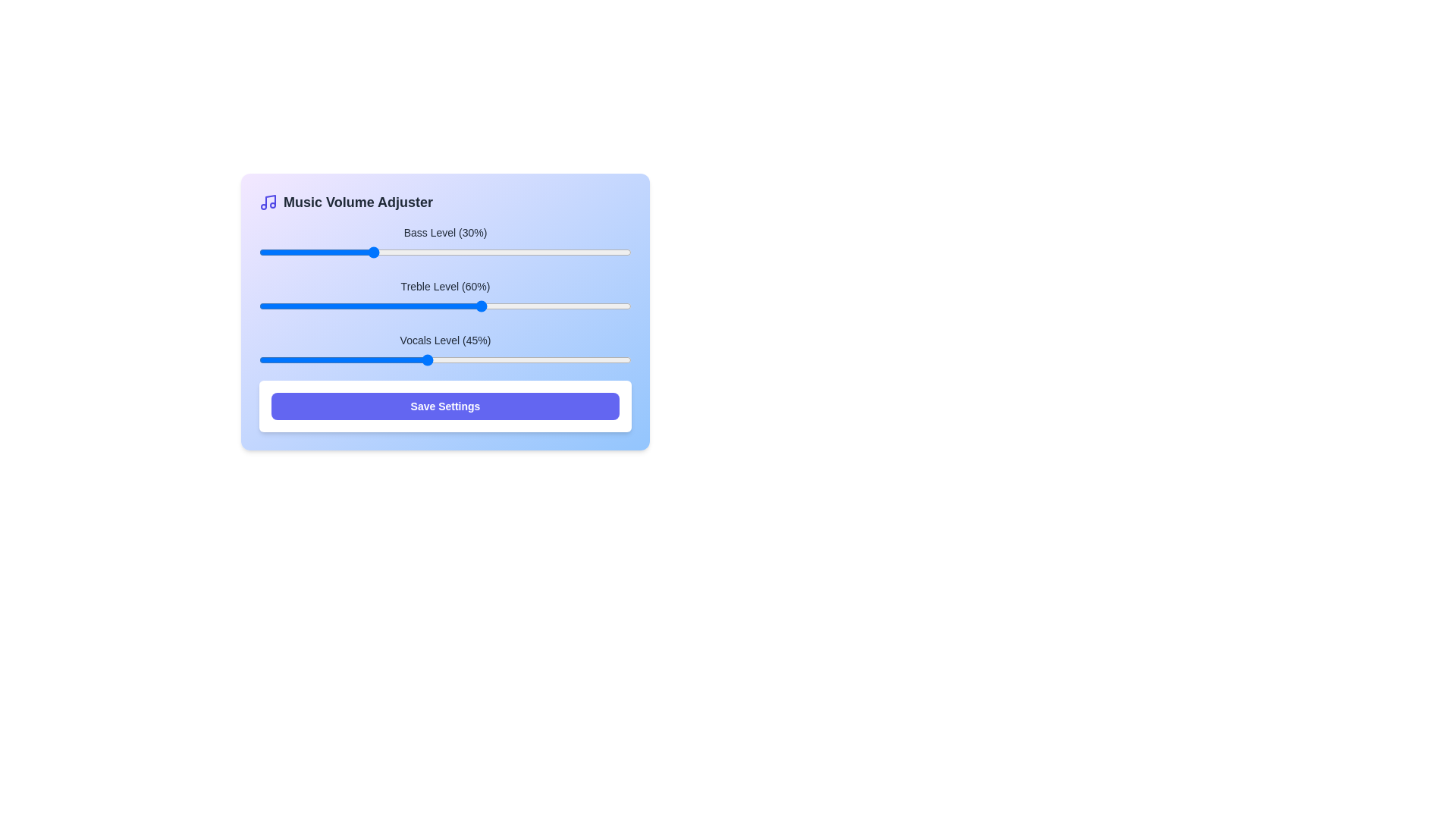 Image resolution: width=1456 pixels, height=819 pixels. Describe the element at coordinates (444, 311) in the screenshot. I see `the 'Treble Level (60%)' slider input component` at that location.